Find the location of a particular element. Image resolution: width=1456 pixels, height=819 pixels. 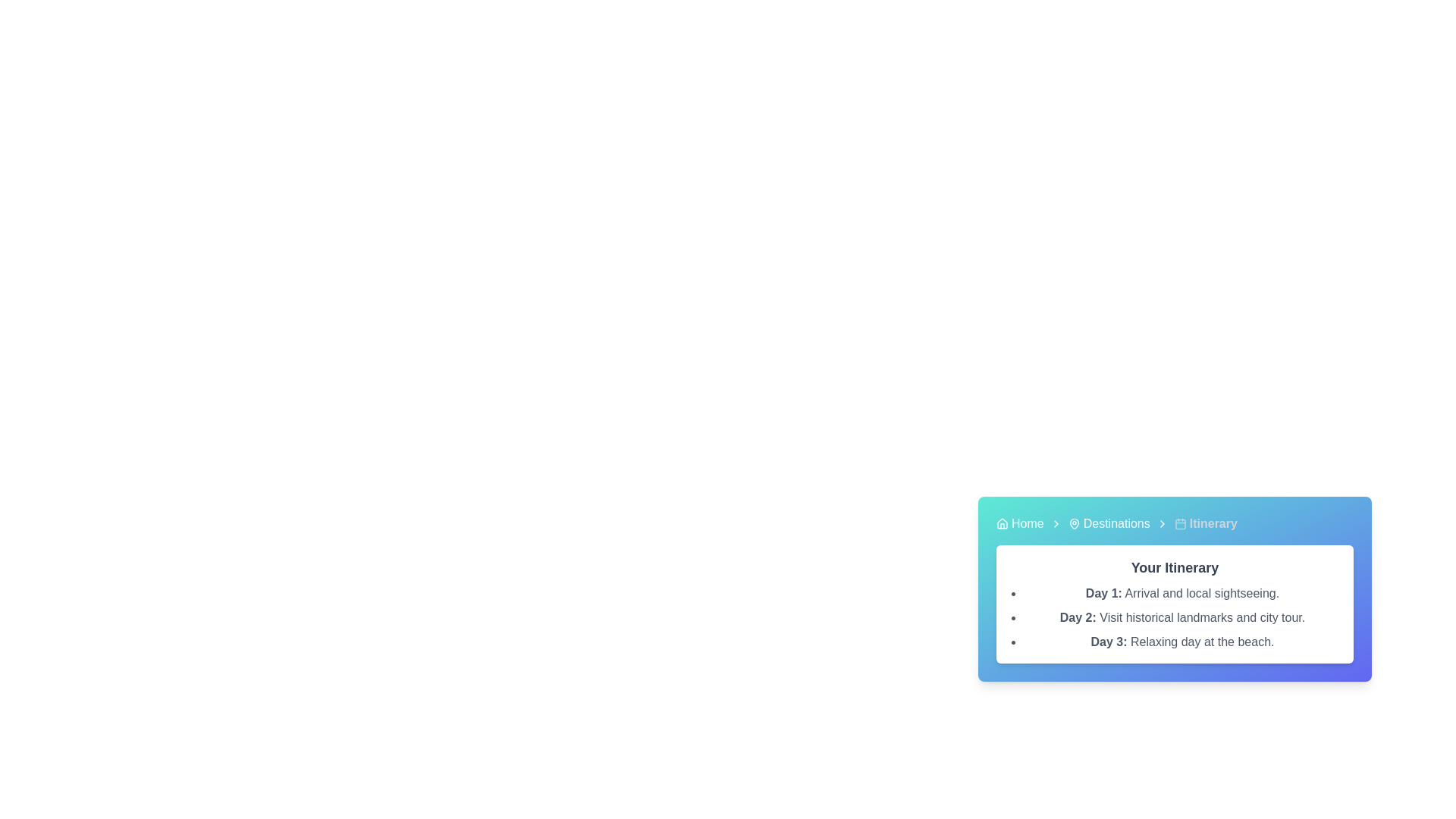

the 'Destinations' text link is located at coordinates (1116, 522).